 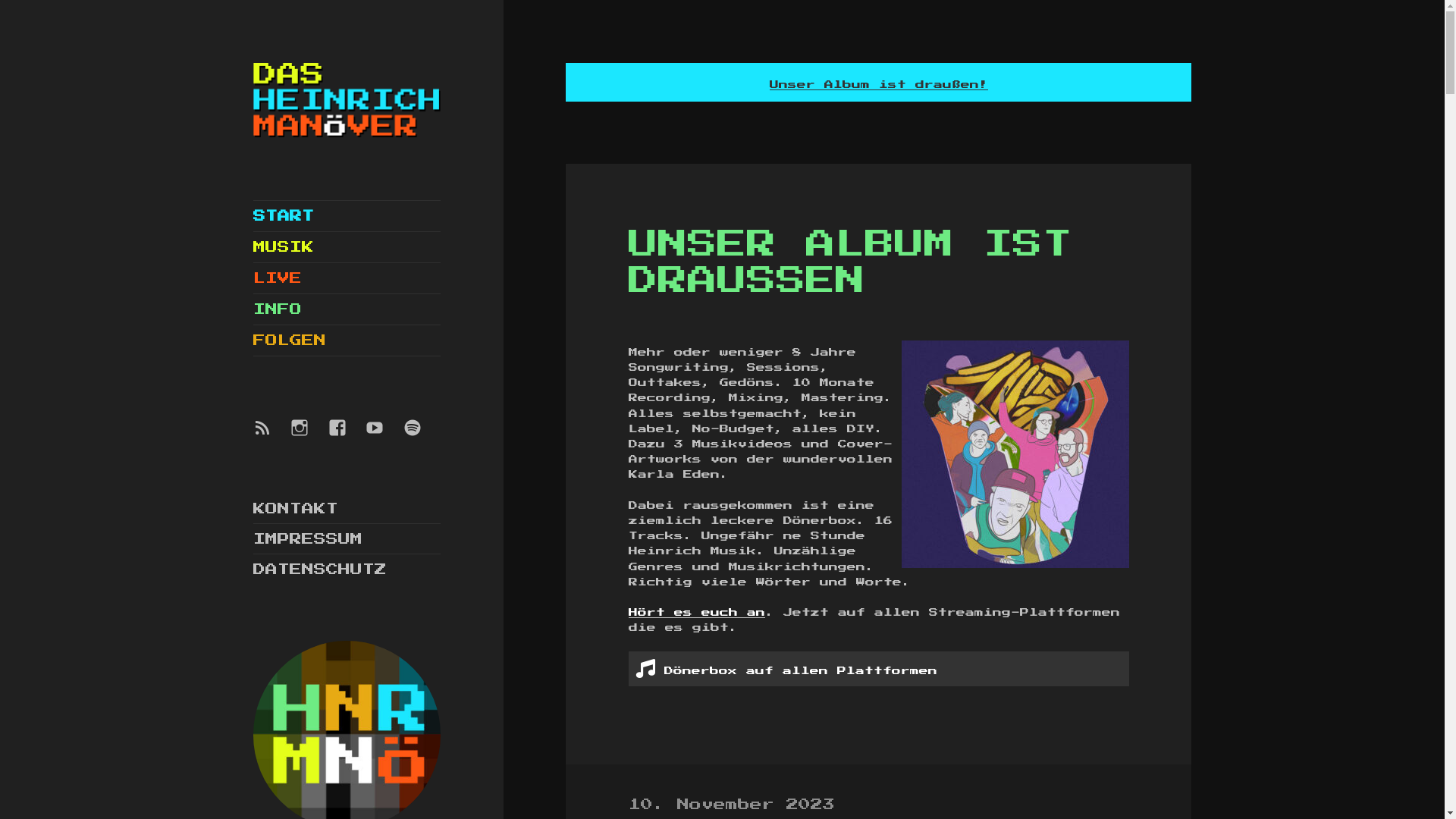 I want to click on 'START', so click(x=346, y=216).